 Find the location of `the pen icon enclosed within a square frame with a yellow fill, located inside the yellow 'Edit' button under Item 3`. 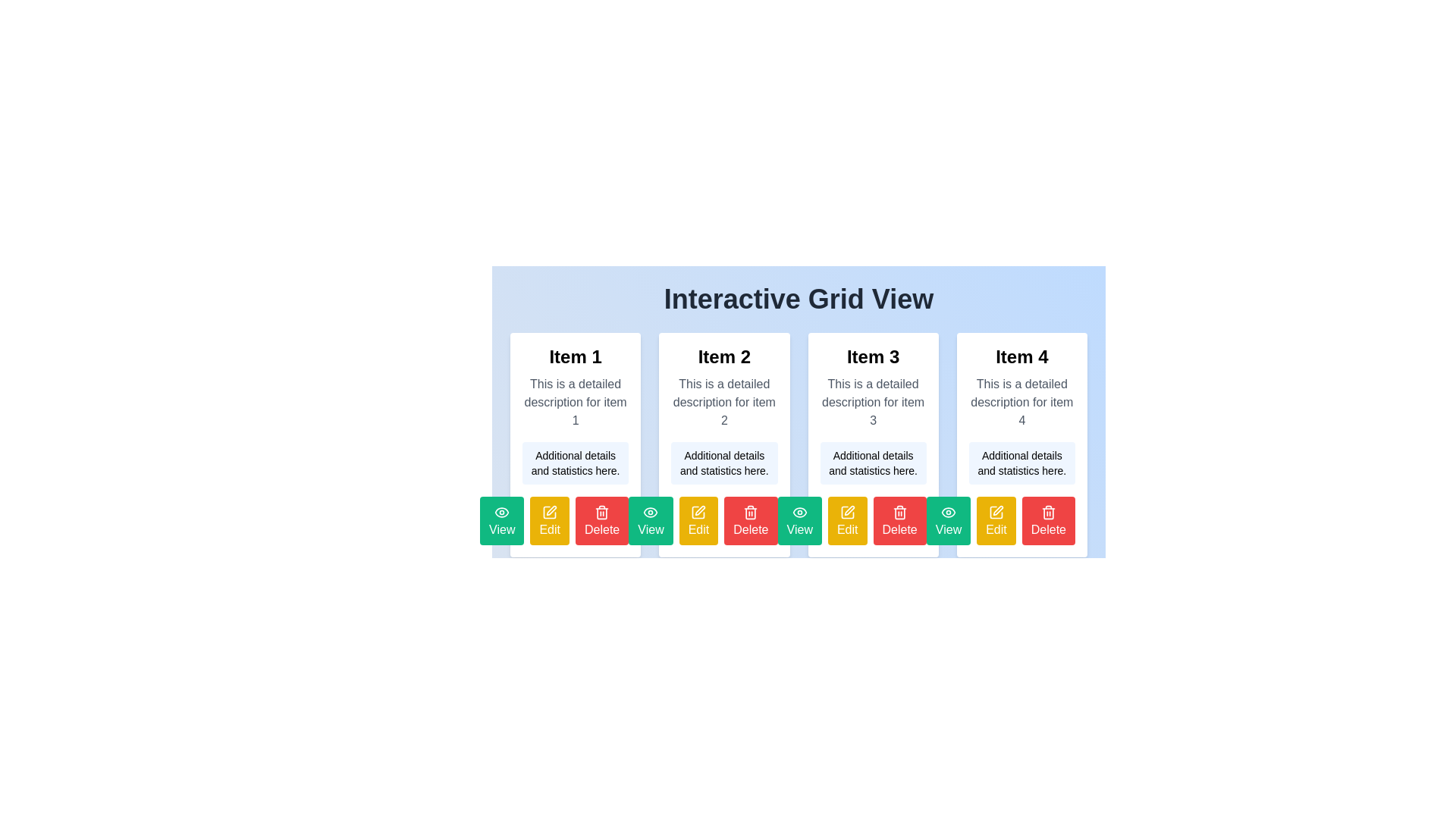

the pen icon enclosed within a square frame with a yellow fill, located inside the yellow 'Edit' button under Item 3 is located at coordinates (846, 512).